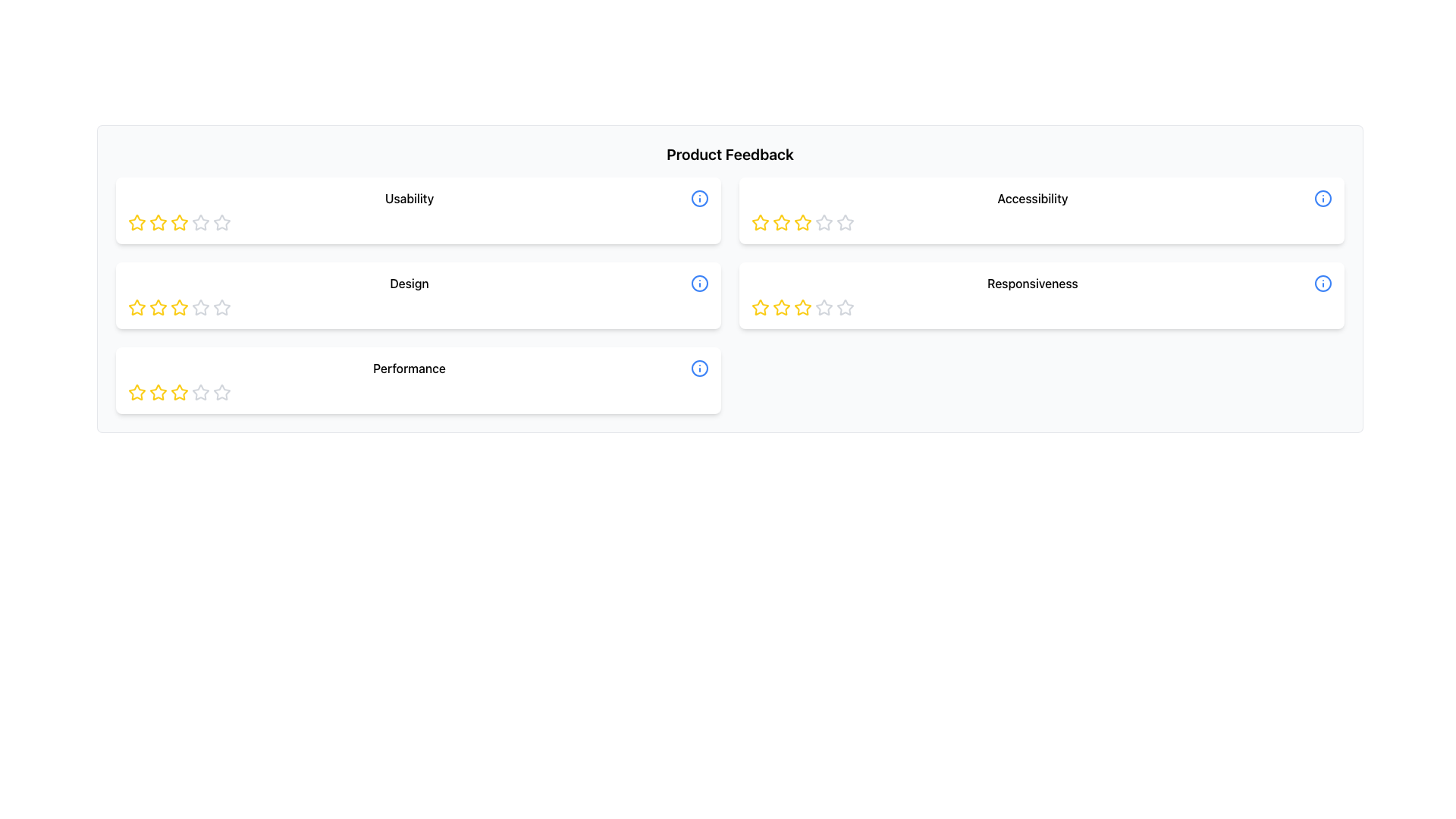 This screenshot has width=1456, height=819. What do you see at coordinates (698, 369) in the screenshot?
I see `the informational icon located to the immediate right of the 'Performance' text in the last row of the feedback section` at bounding box center [698, 369].